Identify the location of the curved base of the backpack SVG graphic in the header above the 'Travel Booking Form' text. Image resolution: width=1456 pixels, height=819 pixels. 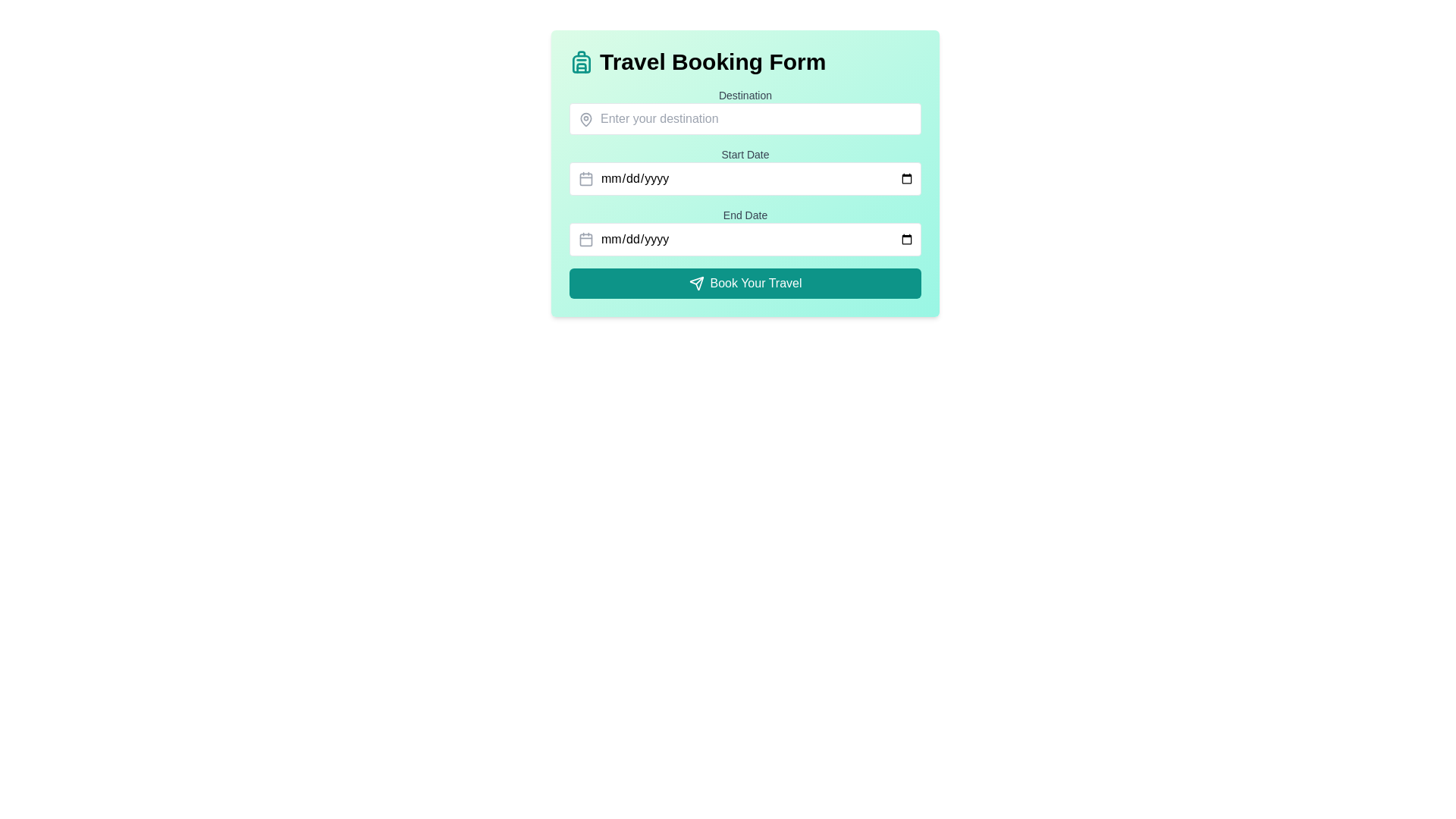
(581, 67).